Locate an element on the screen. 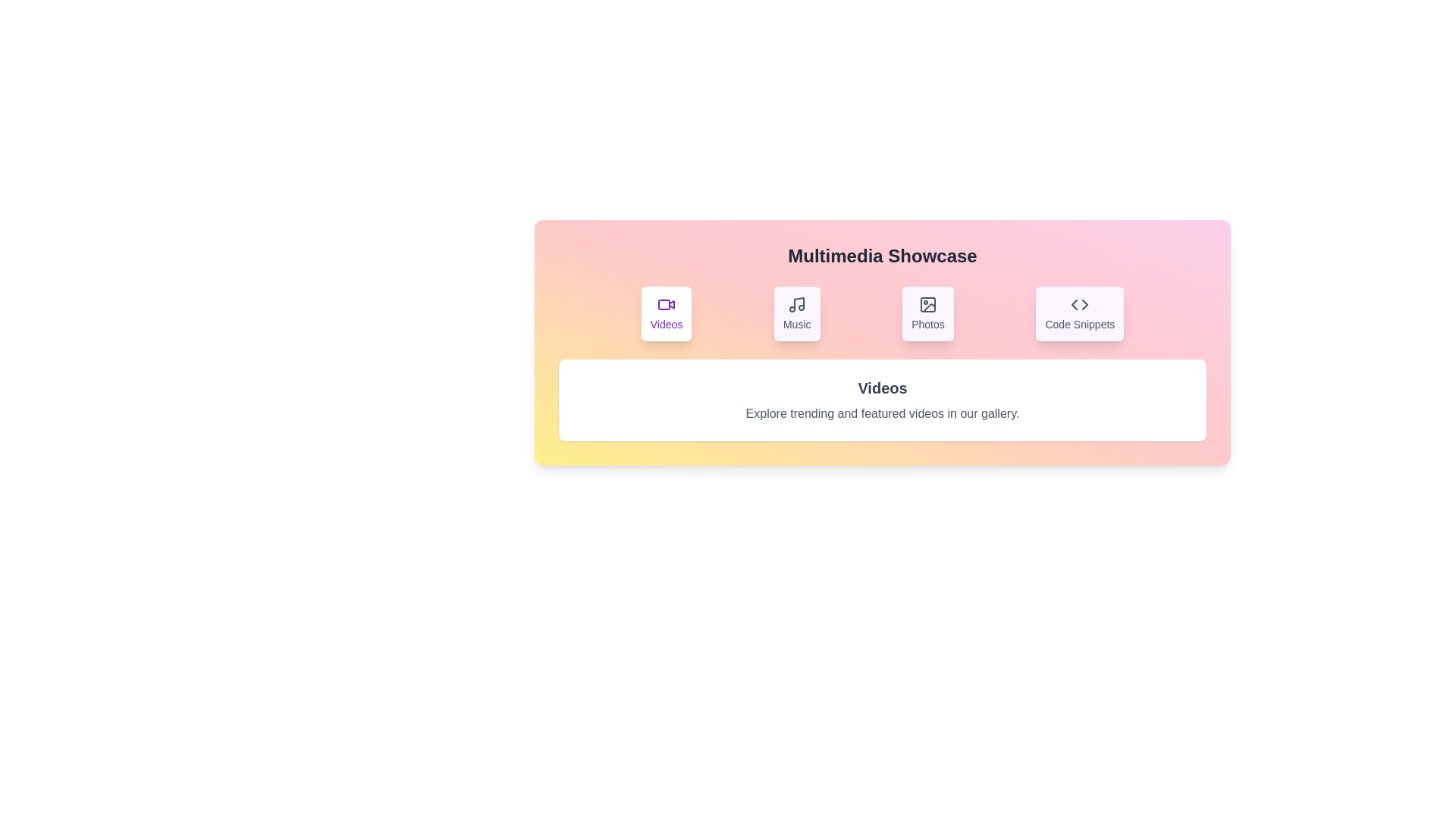 This screenshot has width=1456, height=819. the Code Snippets tab to view its content is located at coordinates (1079, 312).